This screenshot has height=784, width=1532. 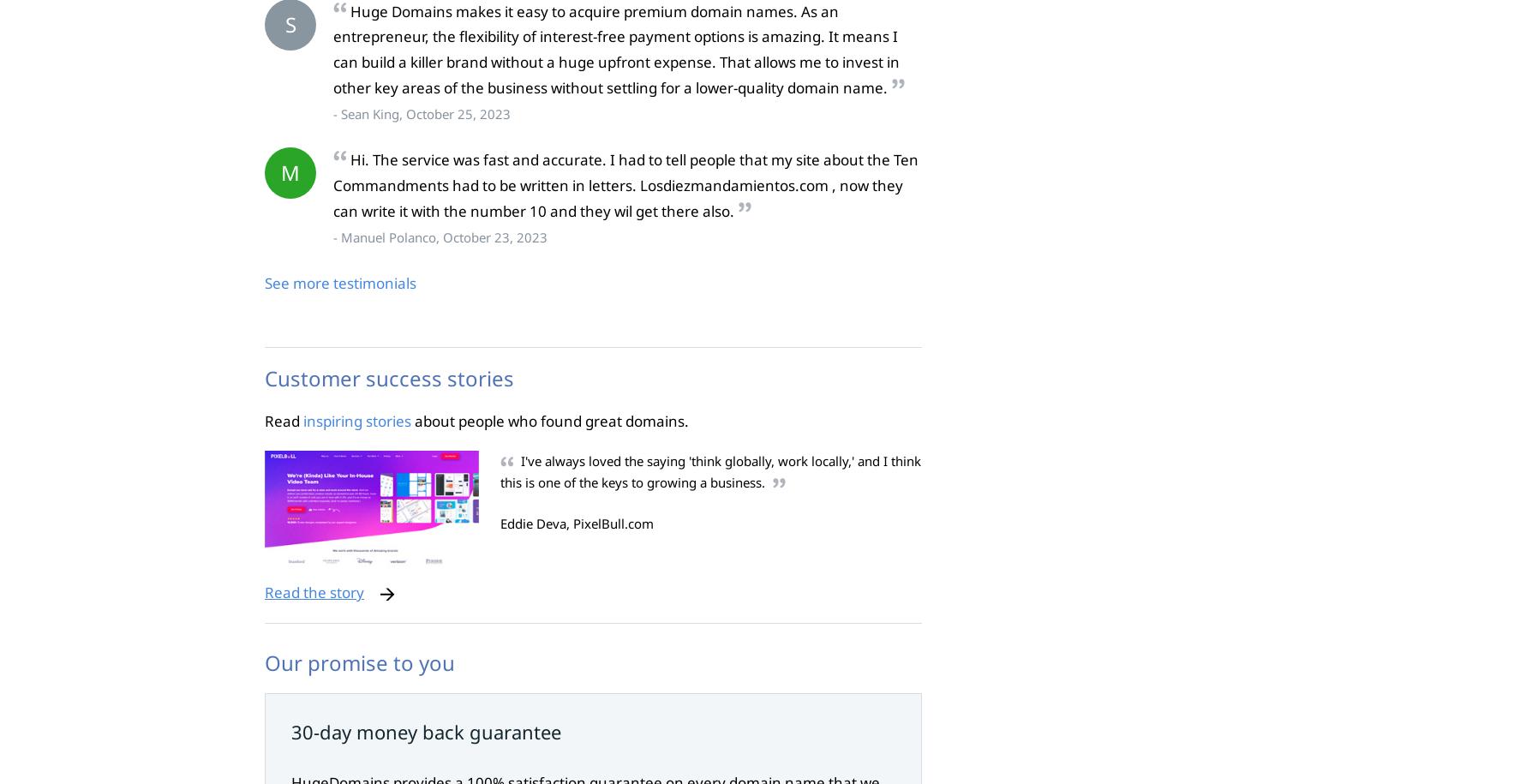 What do you see at coordinates (615, 48) in the screenshot?
I see `'Huge Domains makes it easy to acquire premium domain names. As an entrepreneur, the flexibility of interest-free payment options is amazing. It means I can build a killer brand without a huge upfront expense. That allows me to invest in other key areas of the business without settling for a lower-quality domain name.'` at bounding box center [615, 48].